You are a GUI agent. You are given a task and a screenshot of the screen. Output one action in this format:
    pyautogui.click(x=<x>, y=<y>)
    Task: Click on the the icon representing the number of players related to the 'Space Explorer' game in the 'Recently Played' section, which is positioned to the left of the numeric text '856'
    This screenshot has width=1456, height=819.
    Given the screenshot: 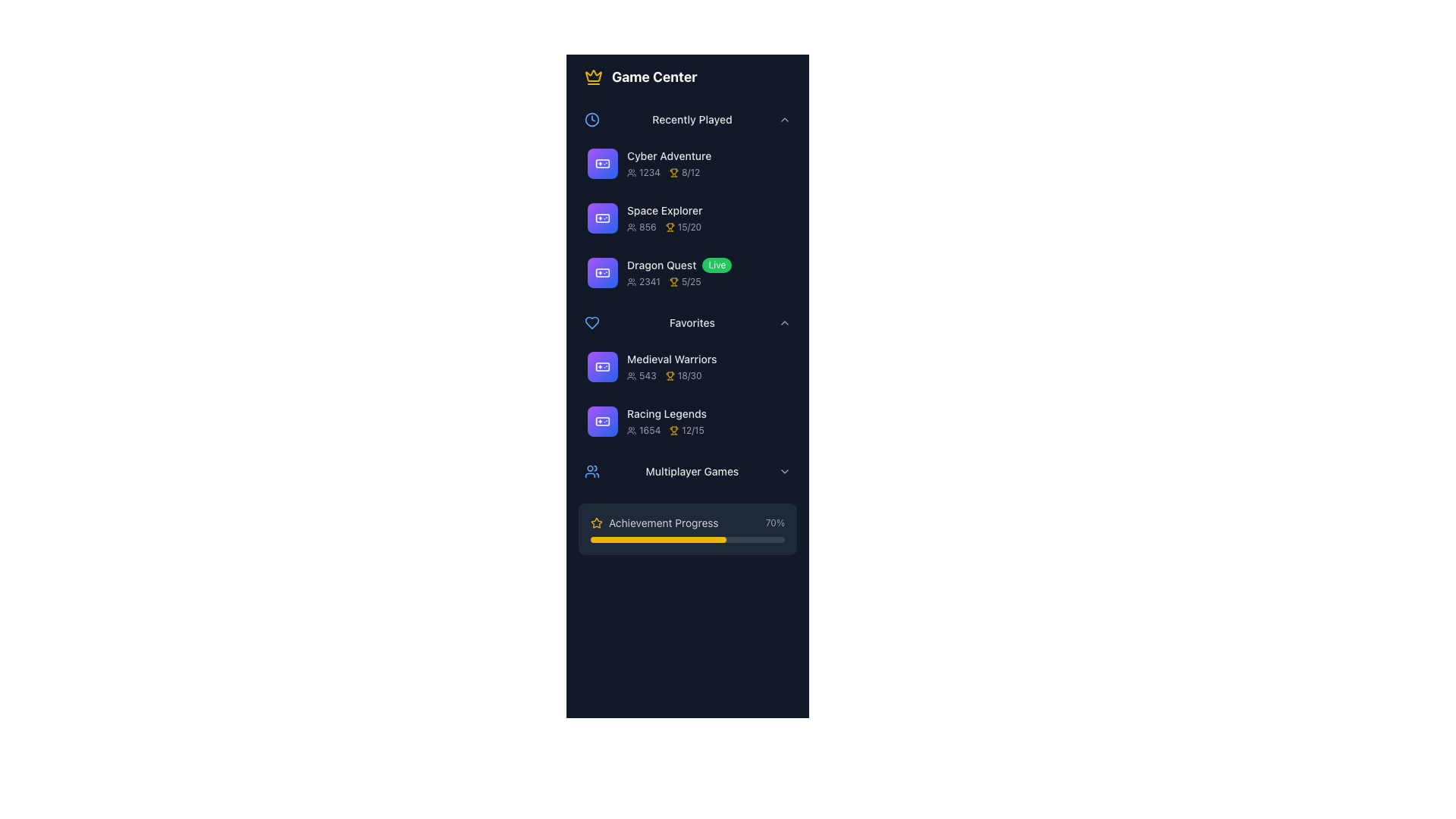 What is the action you would take?
    pyautogui.click(x=632, y=227)
    